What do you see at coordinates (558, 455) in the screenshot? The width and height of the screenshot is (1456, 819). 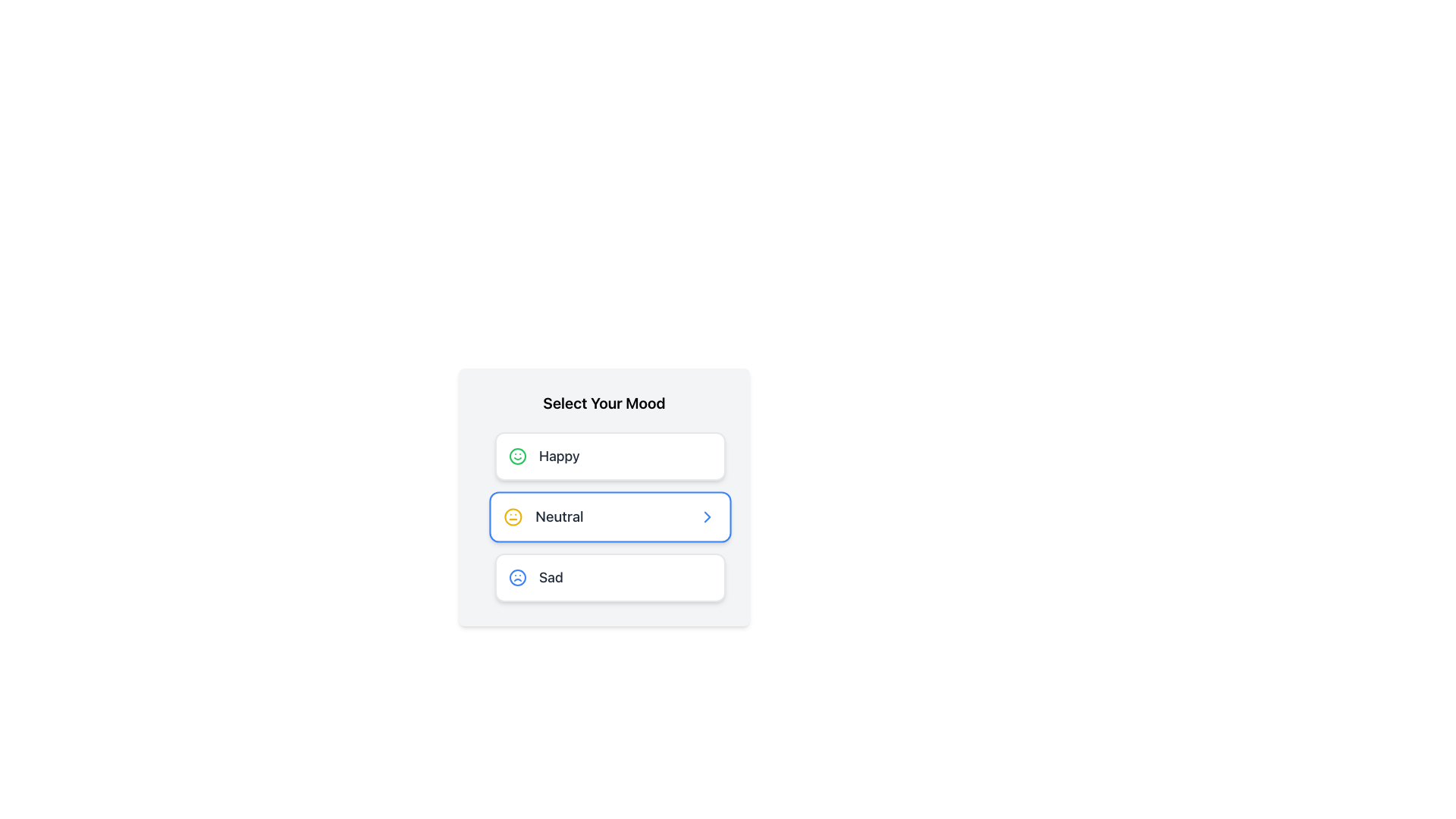 I see `the 'Happy' text label, which serves as a mood selection indicator, located to the right of a green smiley face icon in the mood selection UI` at bounding box center [558, 455].